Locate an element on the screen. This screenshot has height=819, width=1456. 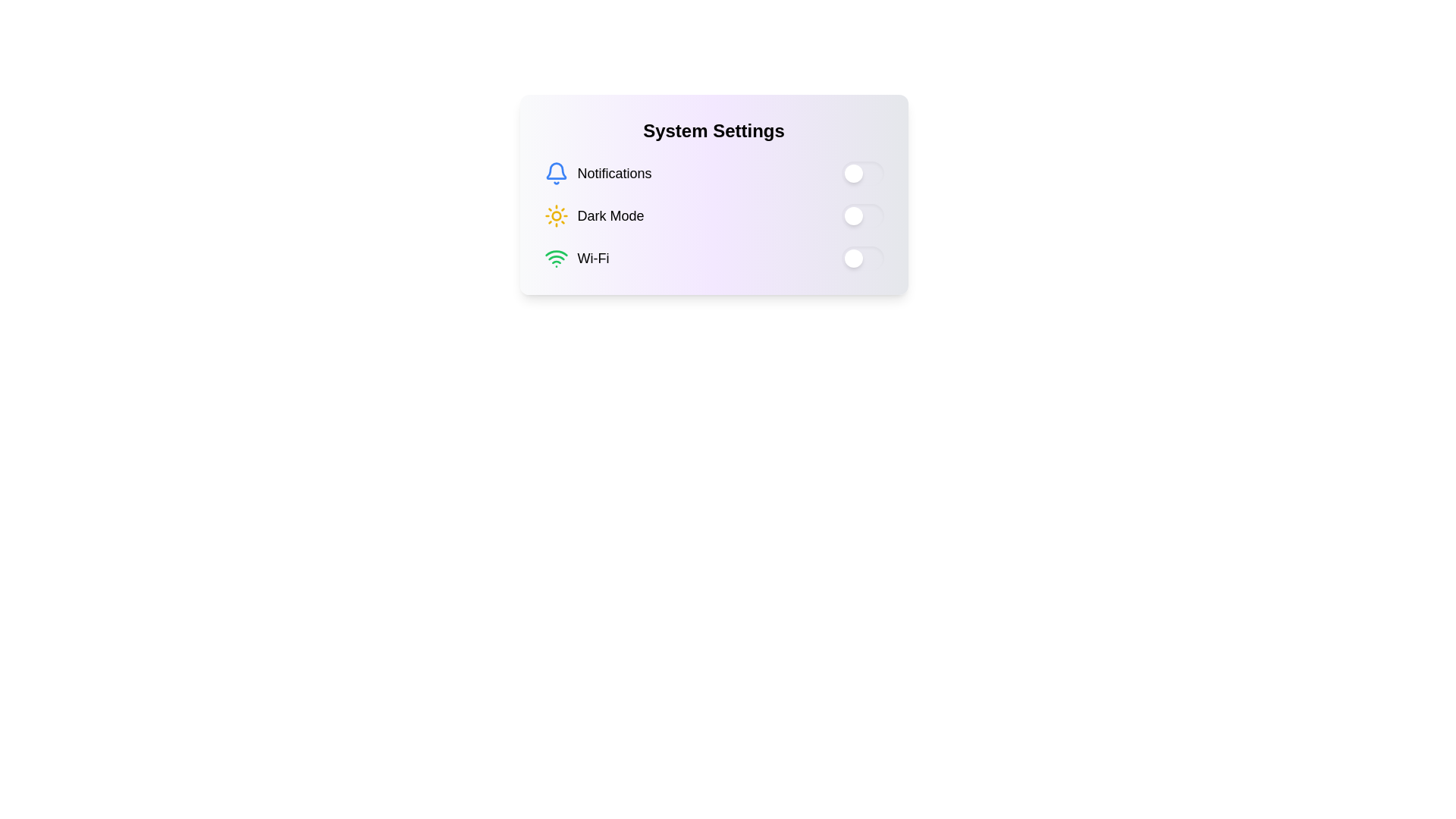
the 'Dark Mode' label which features a yellow sun icon and black text, positioned as the second item in the vertical list of settings options within the 'System Settings' panel is located at coordinates (593, 216).